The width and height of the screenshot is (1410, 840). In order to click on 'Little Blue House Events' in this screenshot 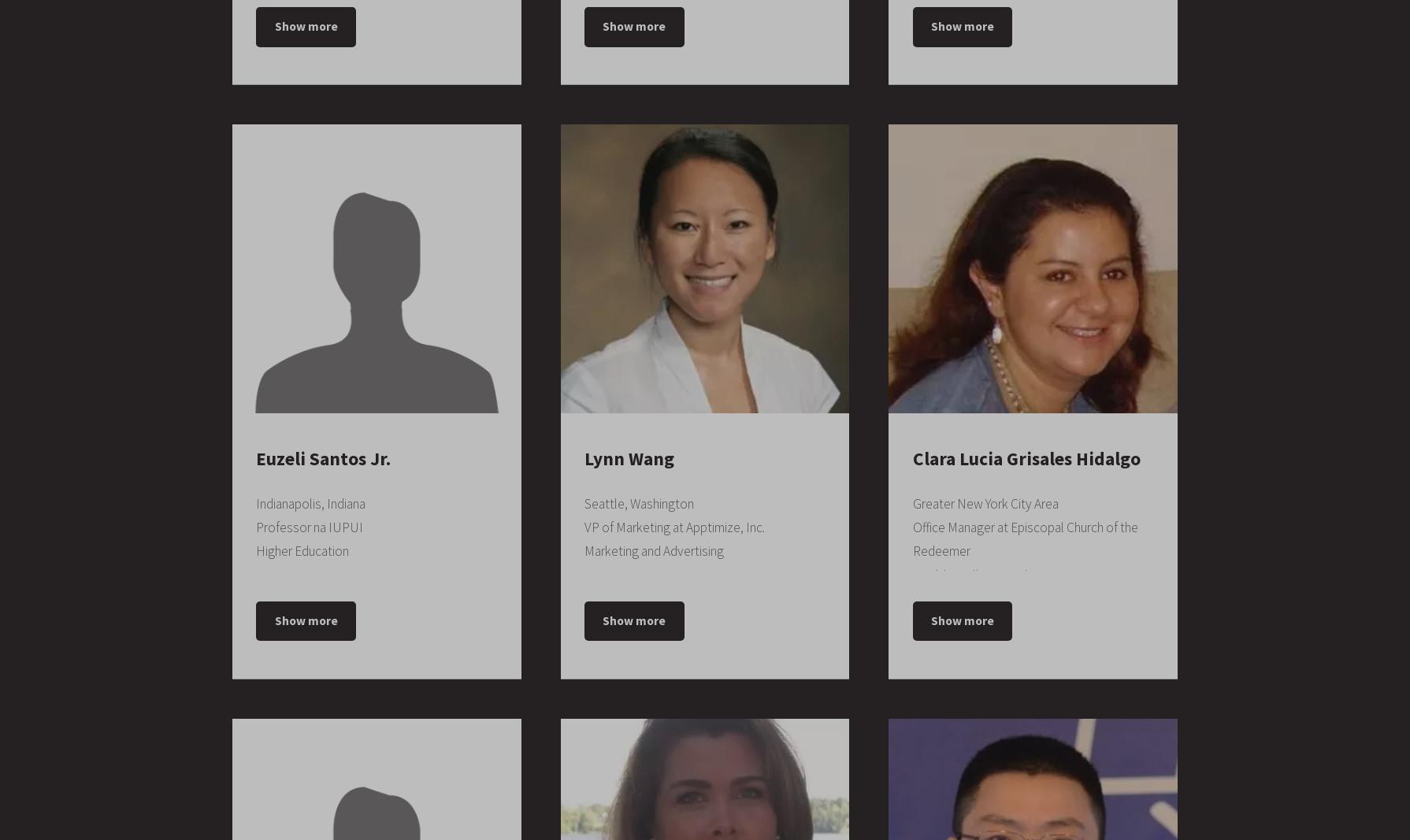, I will do `click(984, 816)`.